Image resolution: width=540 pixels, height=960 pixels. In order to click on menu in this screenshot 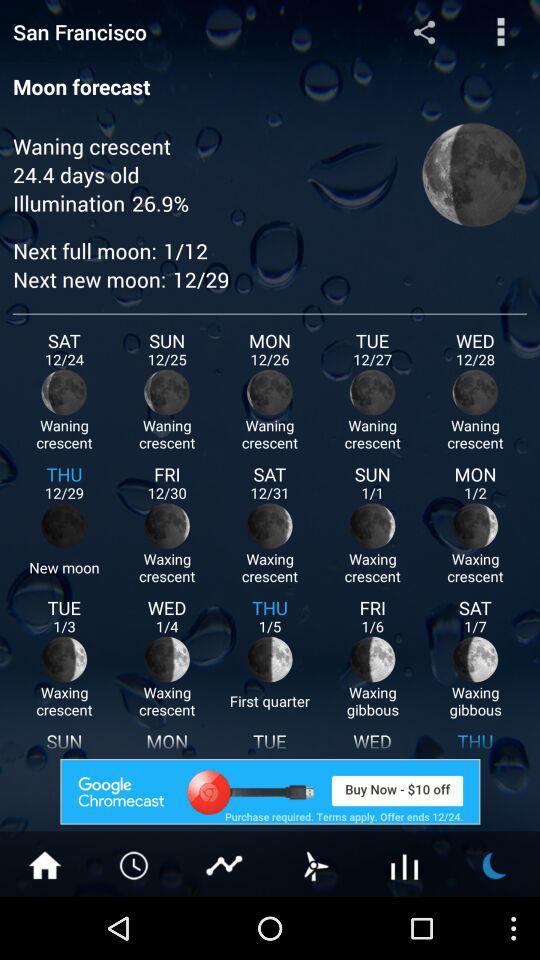, I will do `click(500, 30)`.